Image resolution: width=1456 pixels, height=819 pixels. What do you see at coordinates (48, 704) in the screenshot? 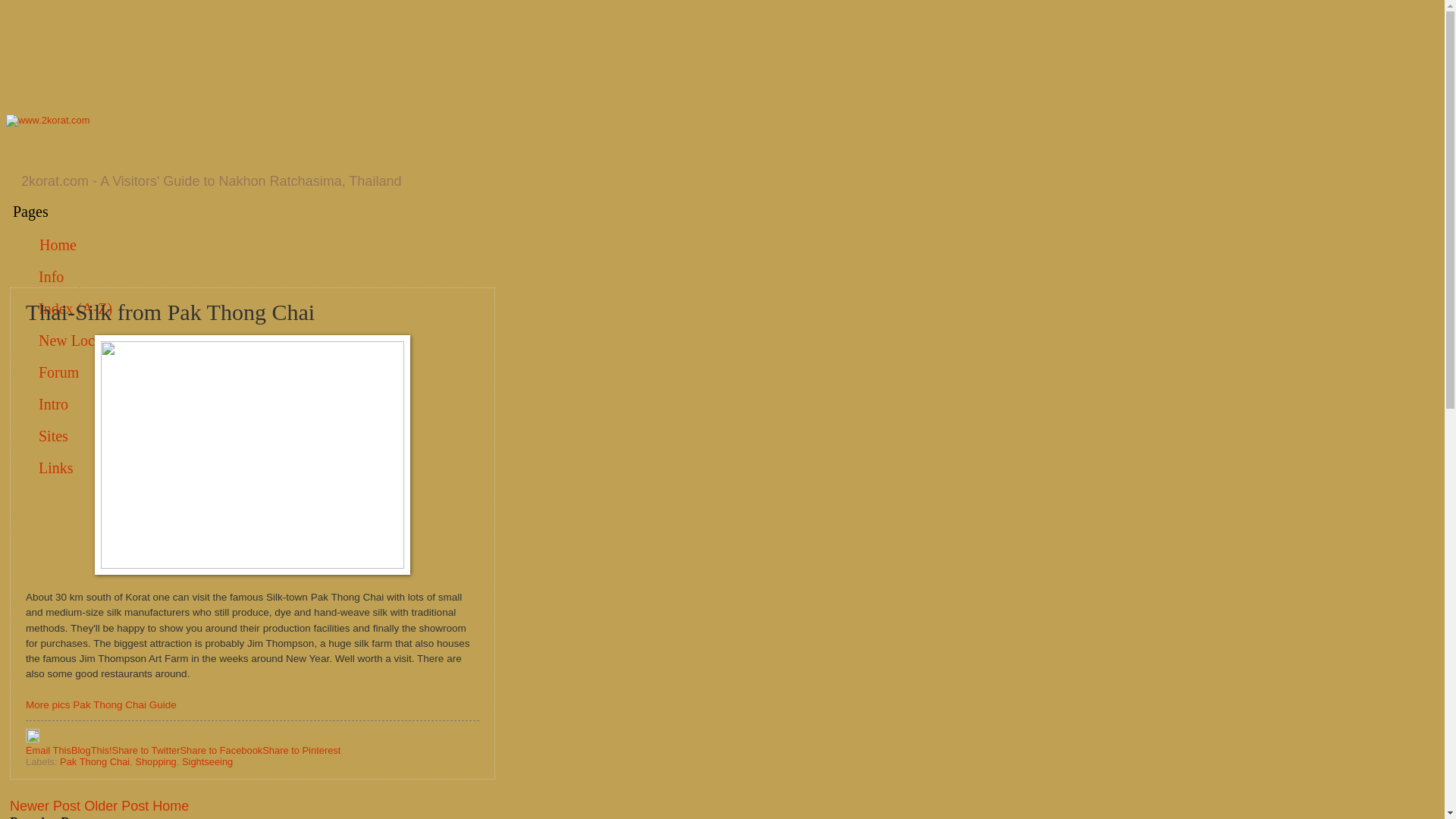
I see `'More pics'` at bounding box center [48, 704].